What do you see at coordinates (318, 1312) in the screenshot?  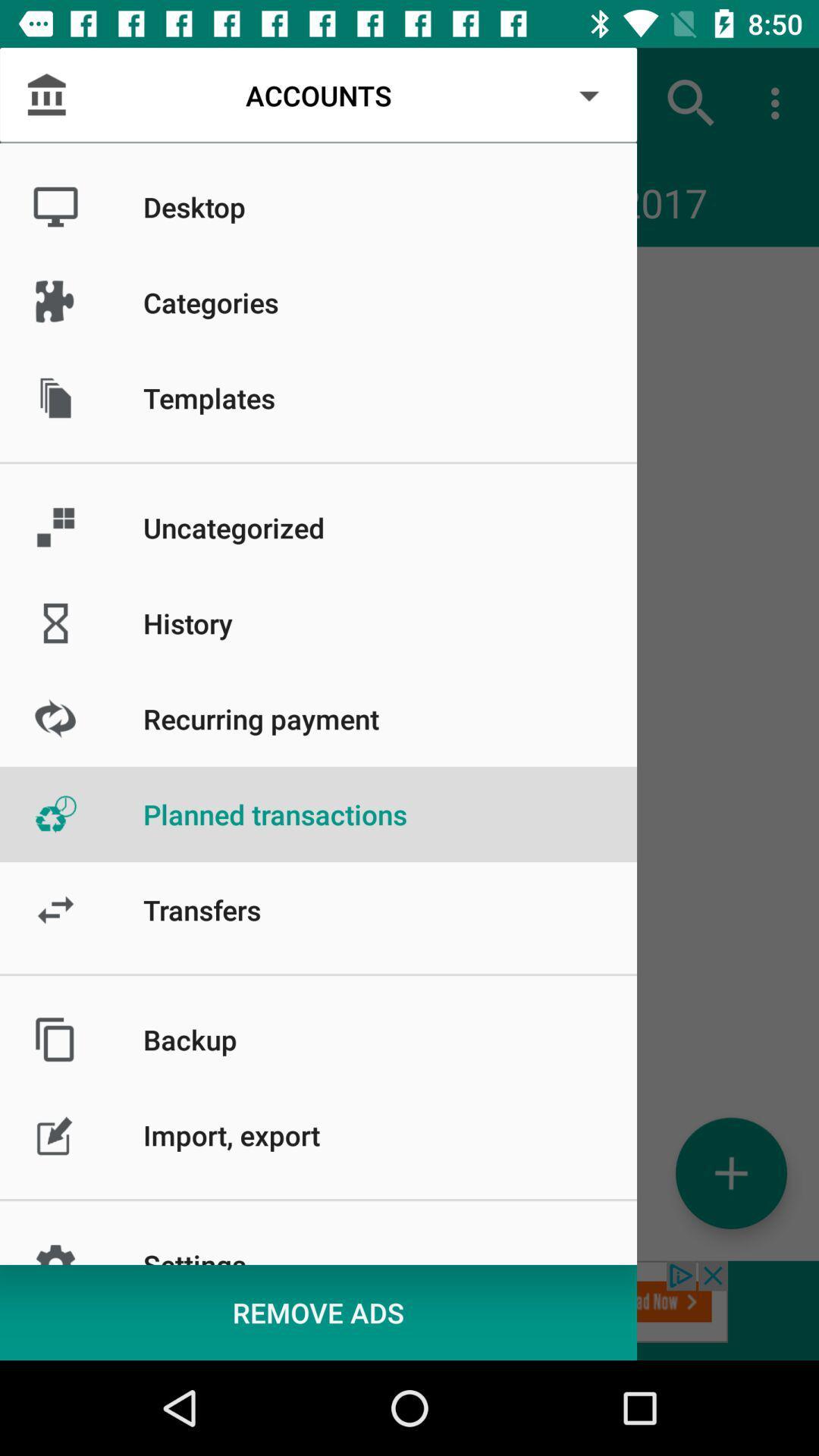 I see `remove ads item` at bounding box center [318, 1312].